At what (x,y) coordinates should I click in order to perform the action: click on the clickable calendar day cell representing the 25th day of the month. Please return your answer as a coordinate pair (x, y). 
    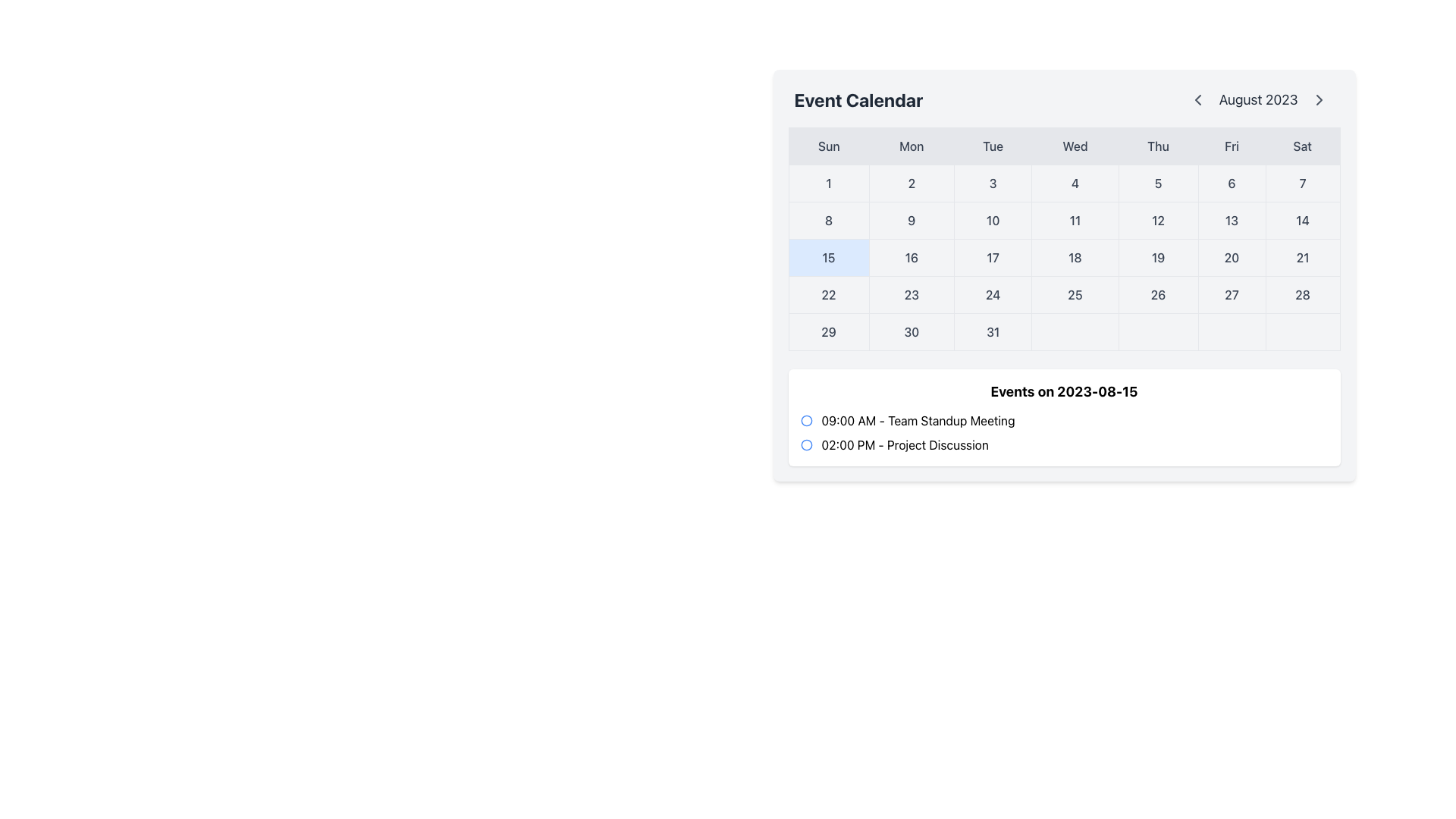
    Looking at the image, I should click on (1074, 295).